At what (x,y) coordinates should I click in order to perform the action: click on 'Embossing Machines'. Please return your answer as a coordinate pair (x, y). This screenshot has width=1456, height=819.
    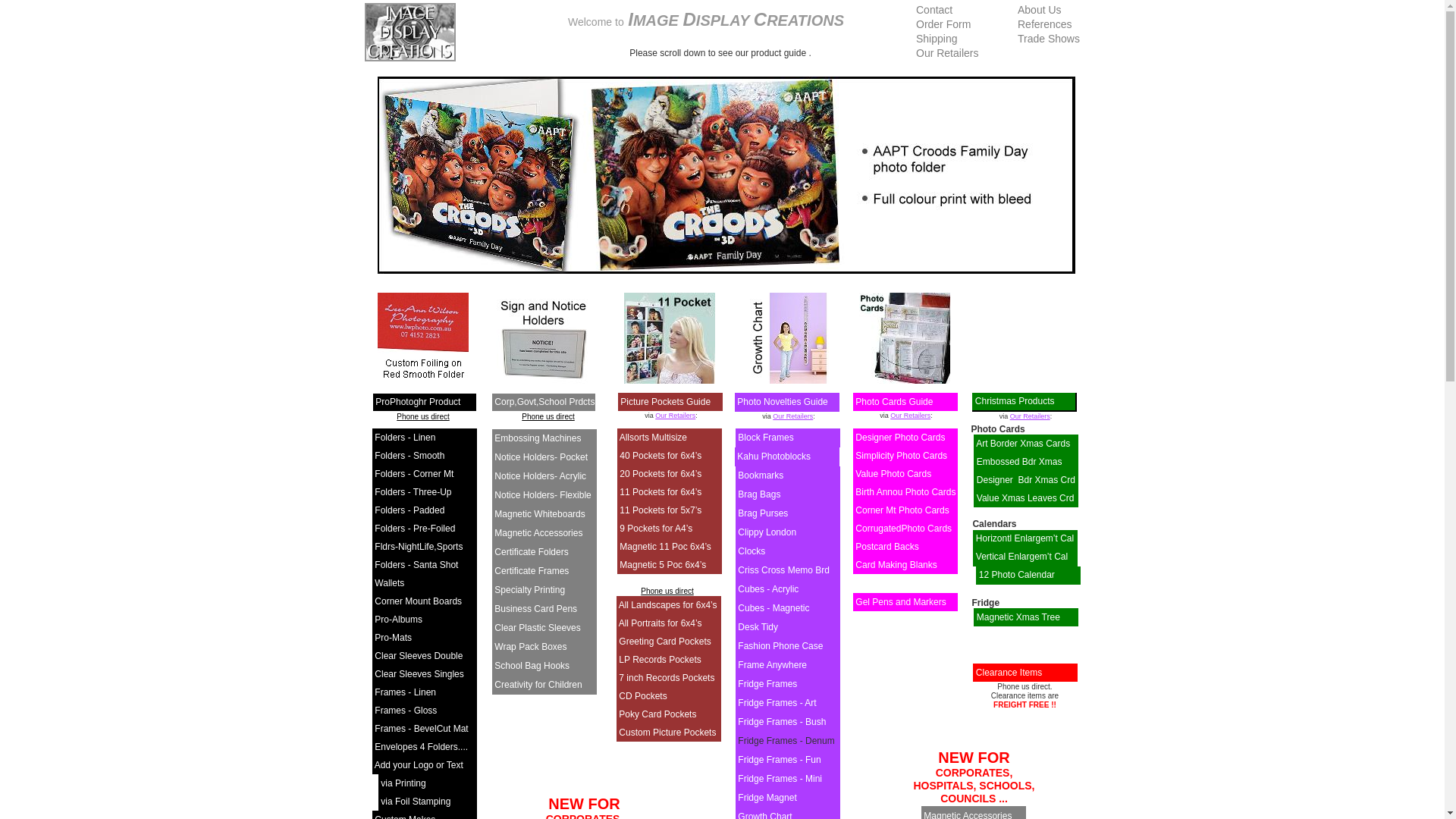
    Looking at the image, I should click on (494, 438).